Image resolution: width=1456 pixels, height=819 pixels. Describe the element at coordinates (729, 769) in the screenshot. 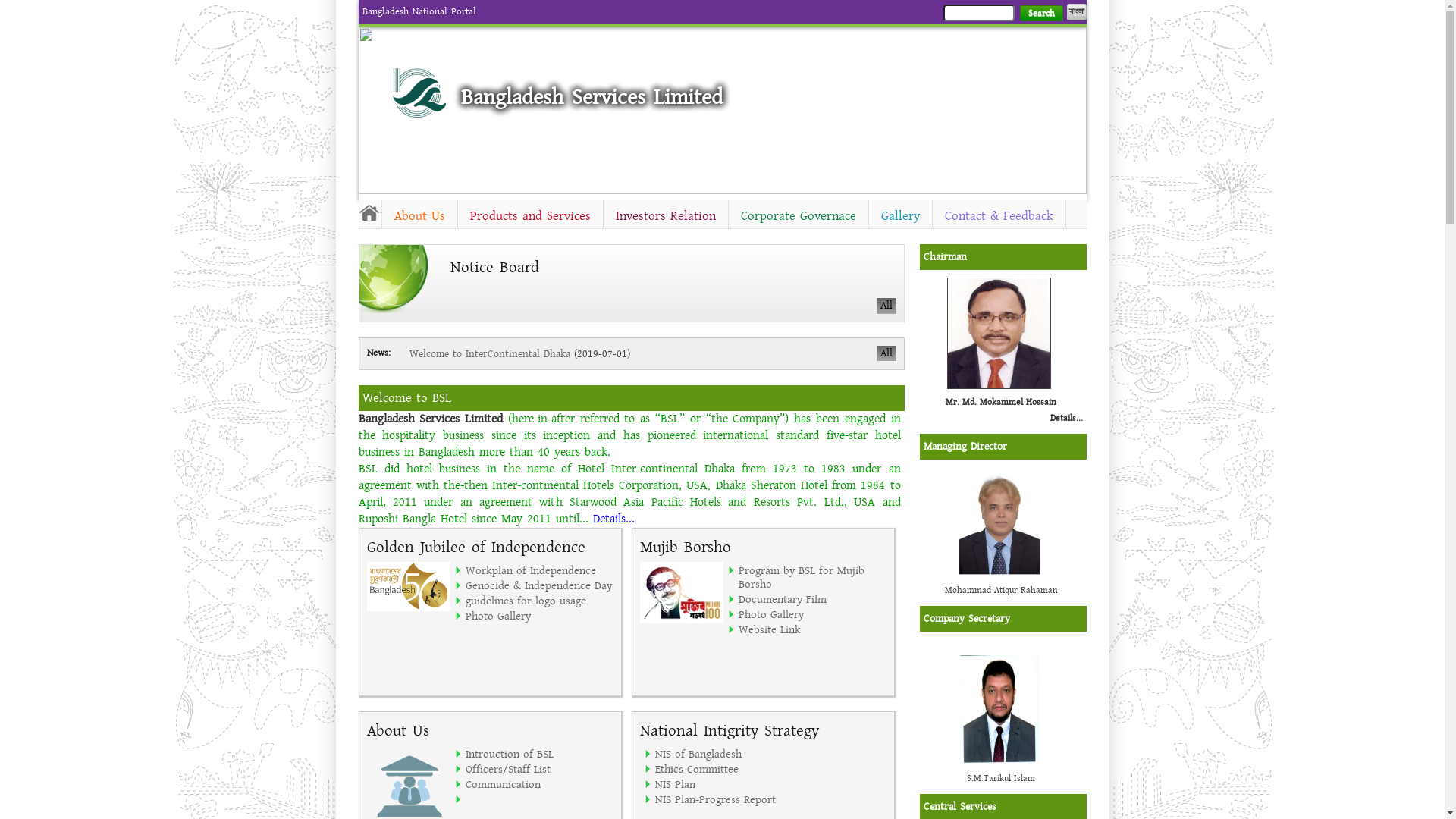

I see `'Ethics Committee'` at that location.